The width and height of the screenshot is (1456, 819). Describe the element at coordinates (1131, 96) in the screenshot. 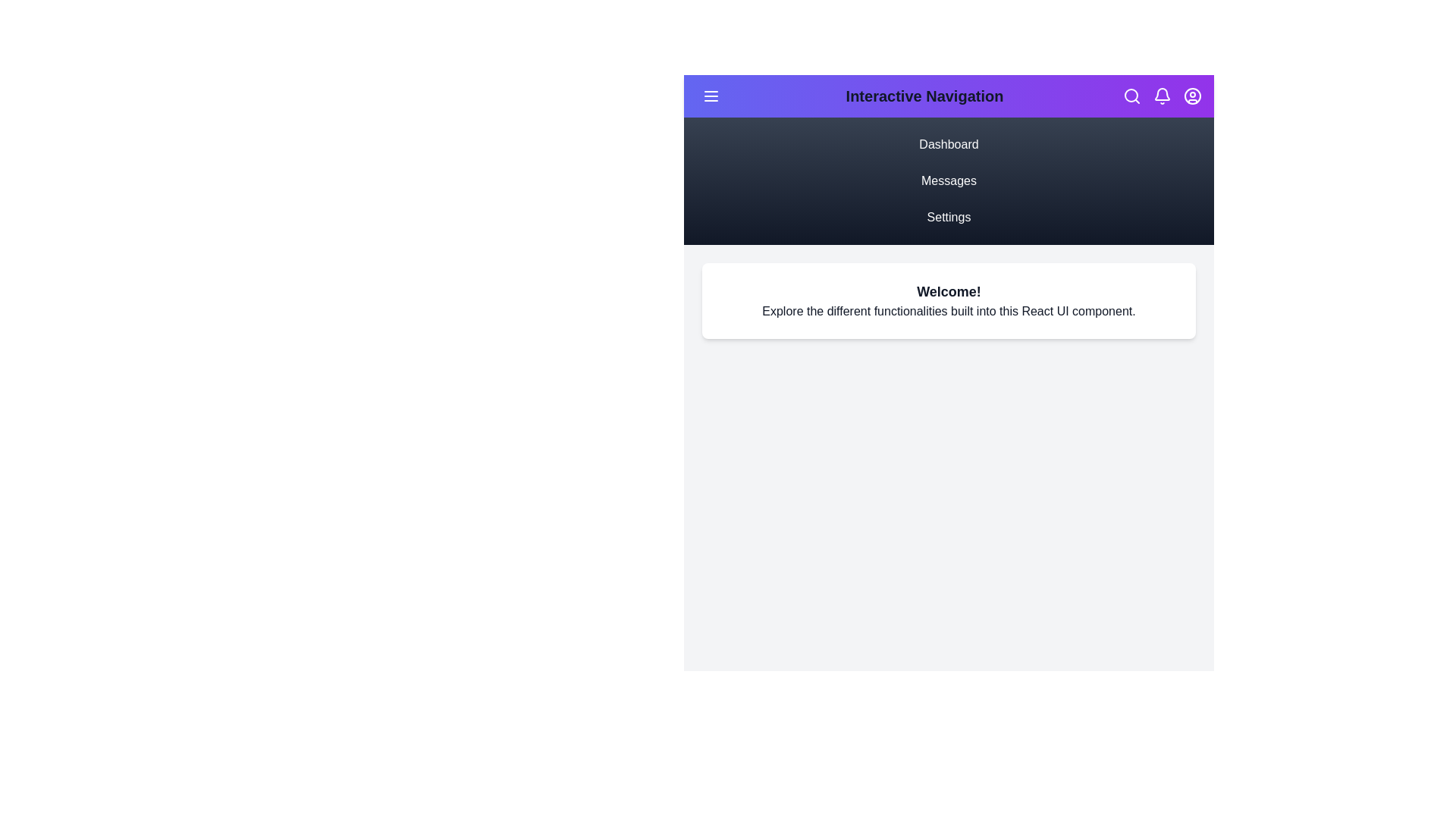

I see `the search icon` at that location.